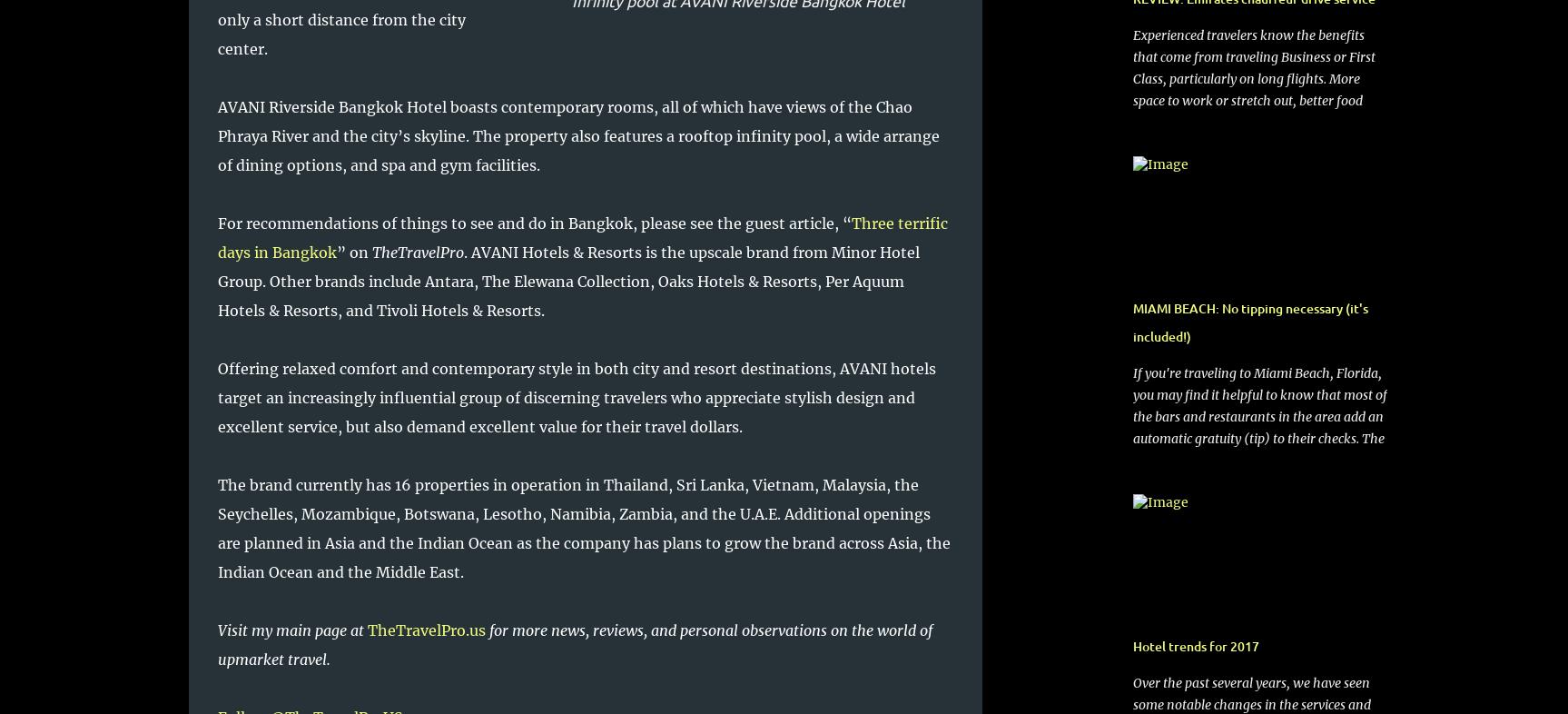 Image resolution: width=1568 pixels, height=714 pixels. Describe the element at coordinates (1194, 646) in the screenshot. I see `'Hotel trends for 2017'` at that location.